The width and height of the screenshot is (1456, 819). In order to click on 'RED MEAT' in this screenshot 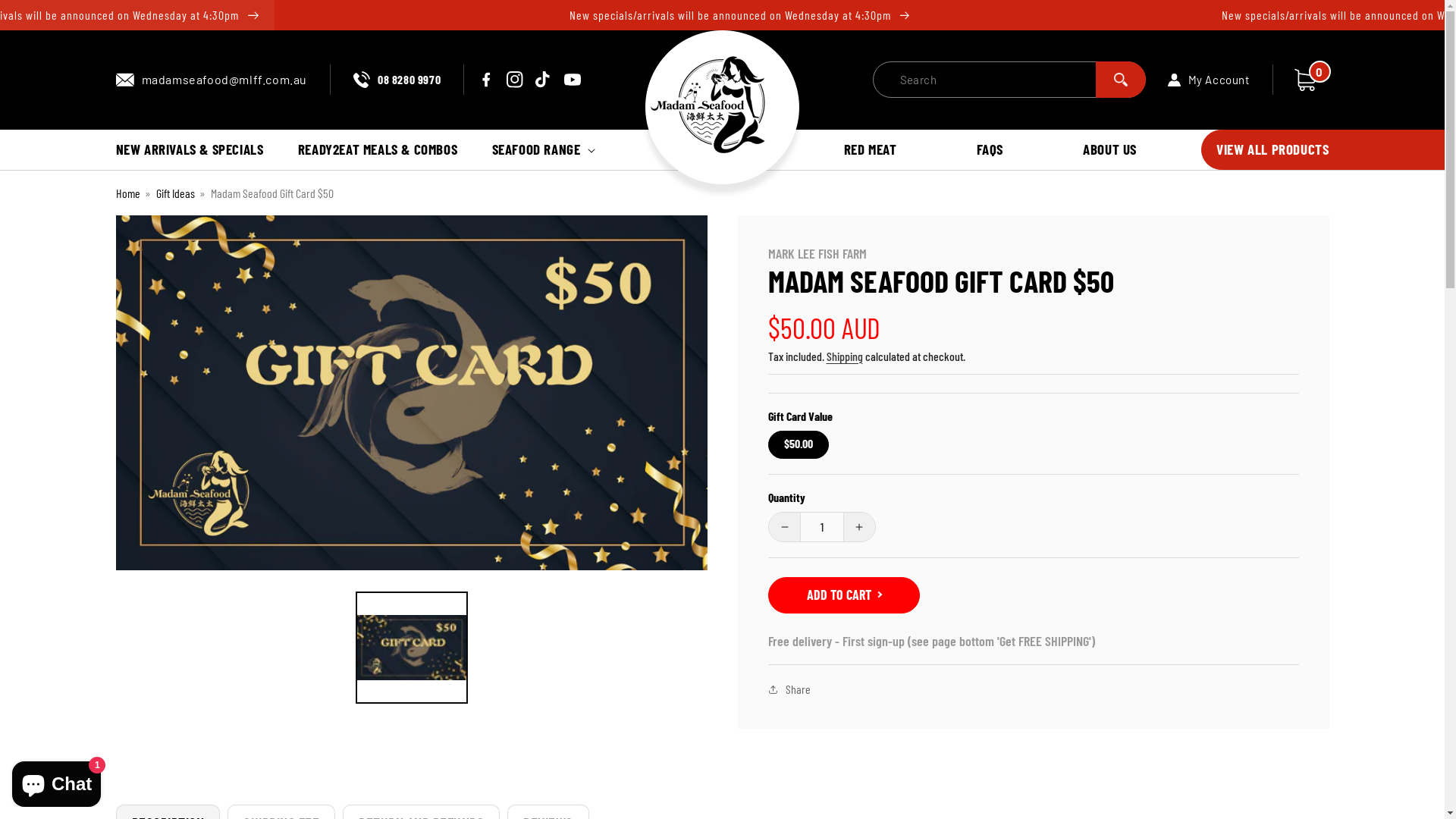, I will do `click(870, 149)`.